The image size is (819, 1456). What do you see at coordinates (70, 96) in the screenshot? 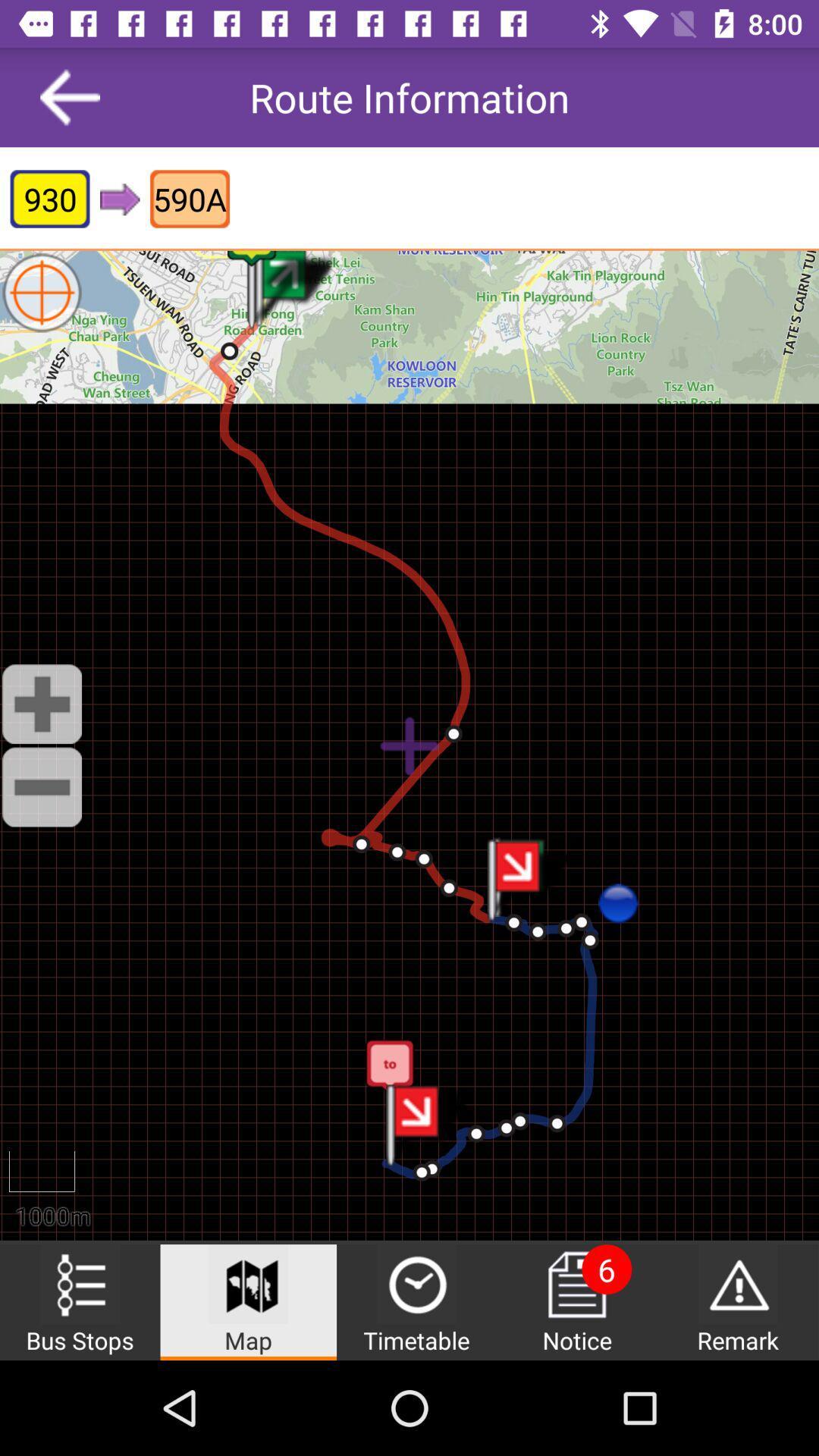
I see `icon next to the route information` at bounding box center [70, 96].